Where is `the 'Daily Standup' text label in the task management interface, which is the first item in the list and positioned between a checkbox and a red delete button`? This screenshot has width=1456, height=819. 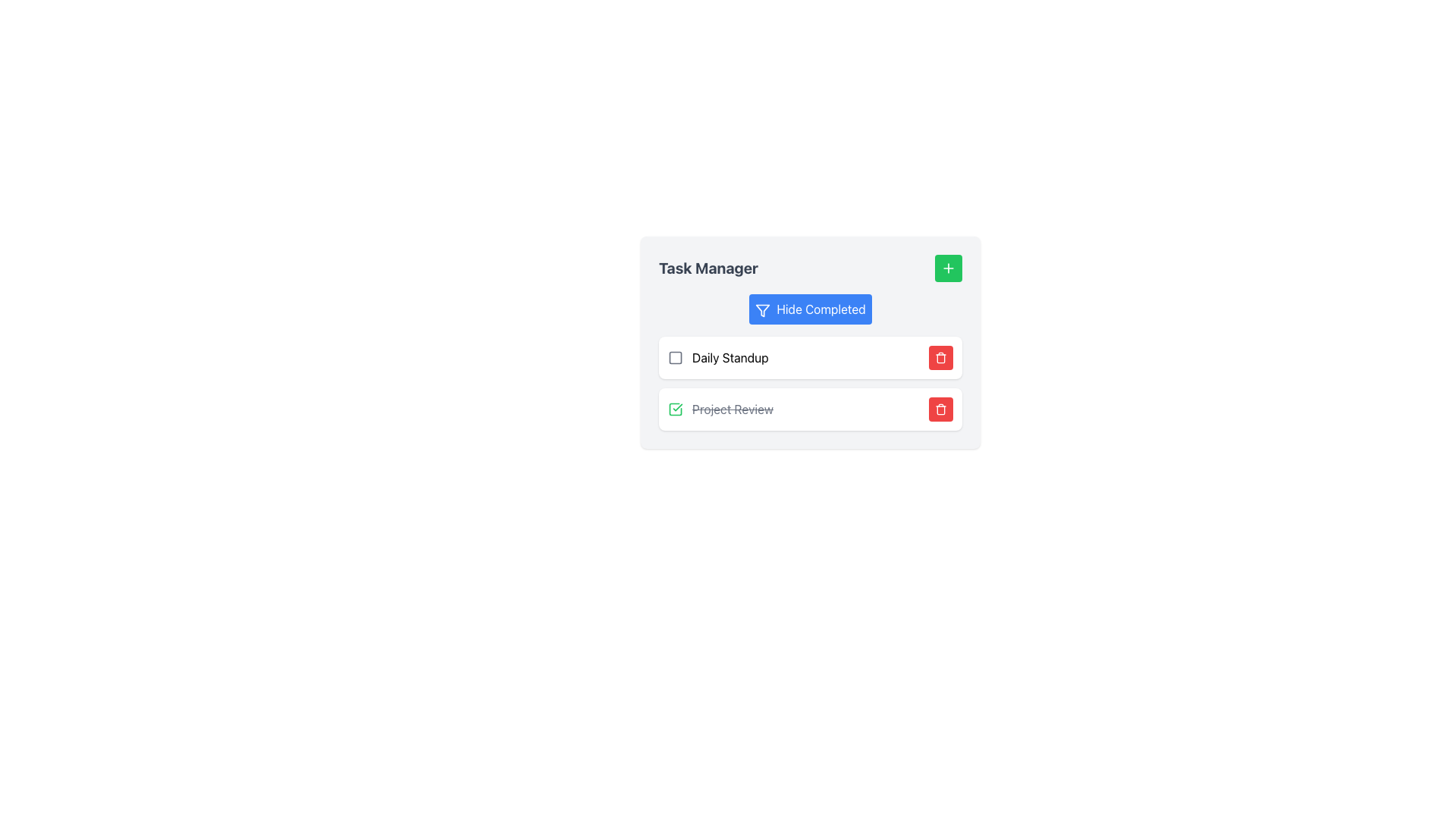
the 'Daily Standup' text label in the task management interface, which is the first item in the list and positioned between a checkbox and a red delete button is located at coordinates (730, 357).